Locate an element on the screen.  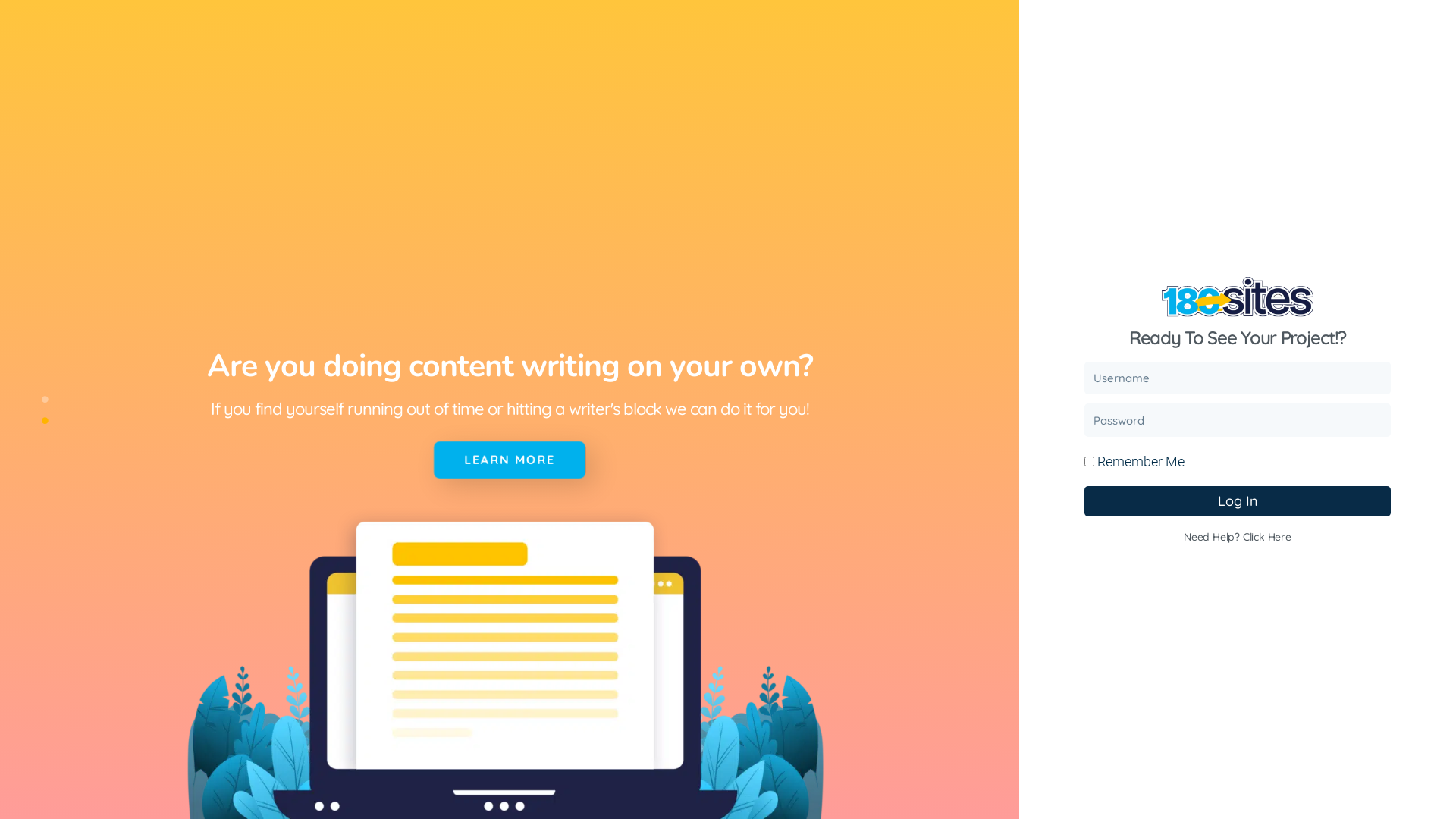
'Need Help? Click Here' is located at coordinates (1238, 536).